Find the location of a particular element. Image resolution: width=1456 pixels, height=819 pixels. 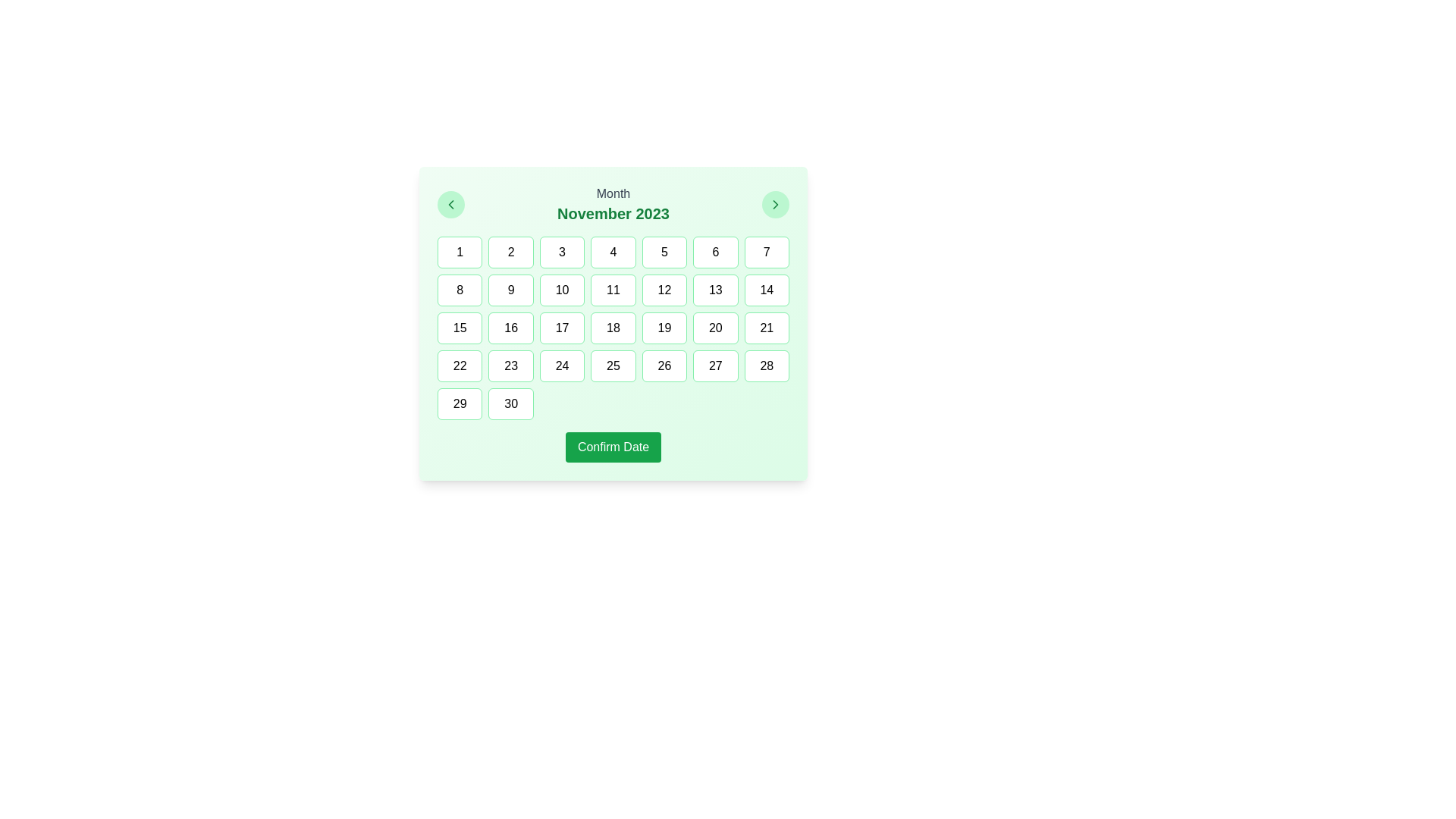

the compact rectangular button labeled '1' with a light border is located at coordinates (459, 251).